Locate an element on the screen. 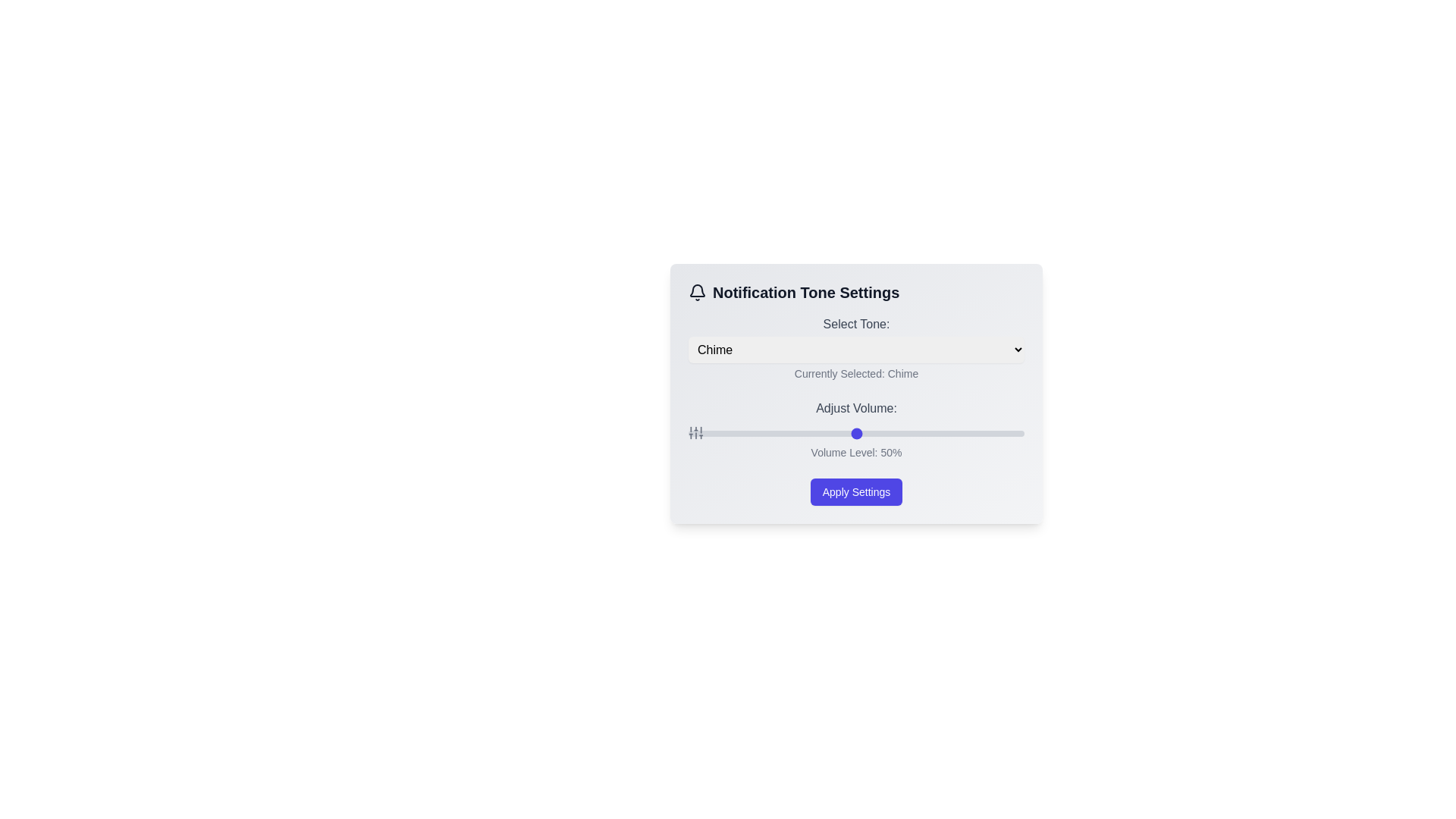  the volume is located at coordinates (896, 433).